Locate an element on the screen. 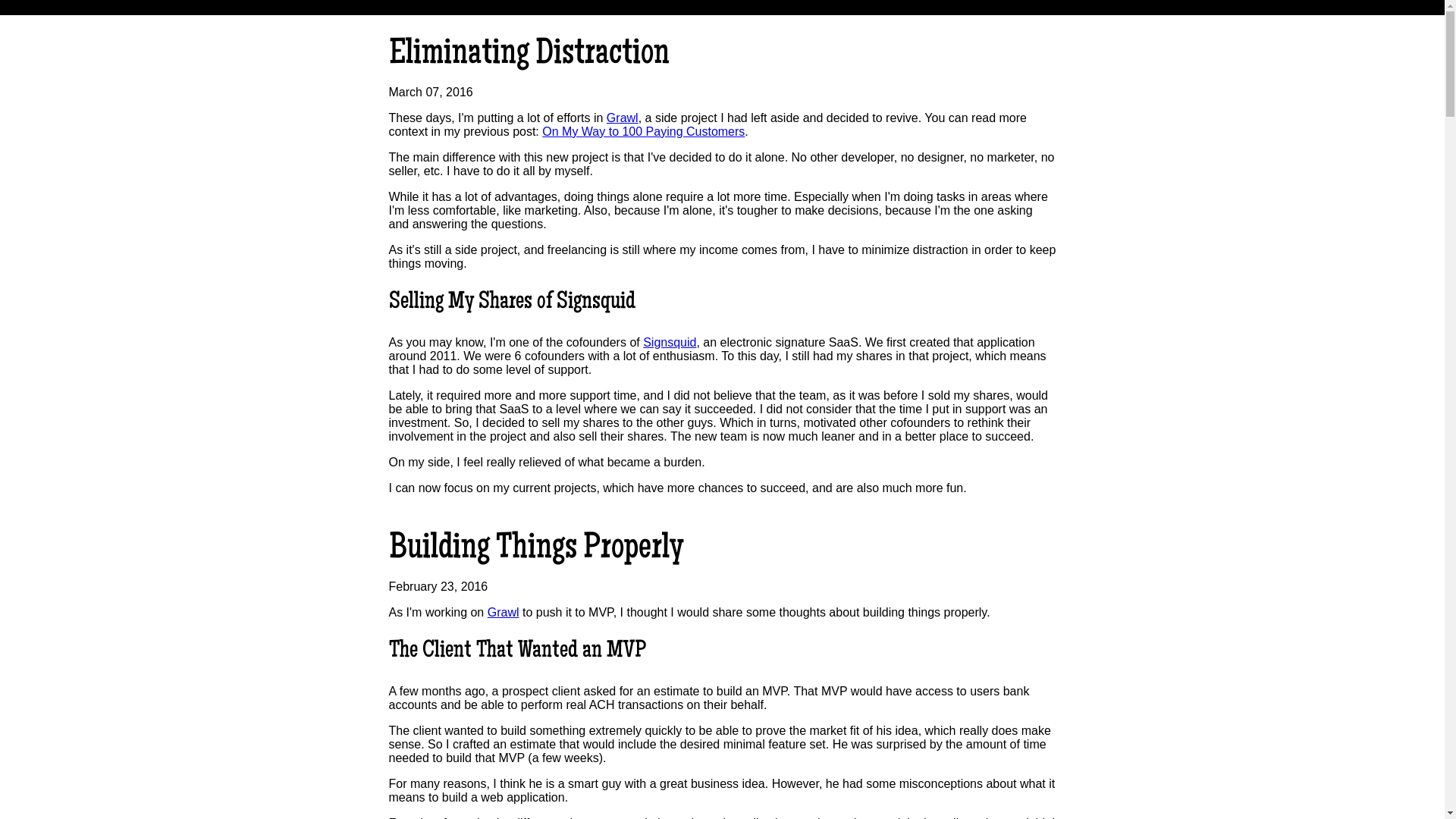 Image resolution: width=1456 pixels, height=819 pixels. 'Signsquid' is located at coordinates (669, 342).